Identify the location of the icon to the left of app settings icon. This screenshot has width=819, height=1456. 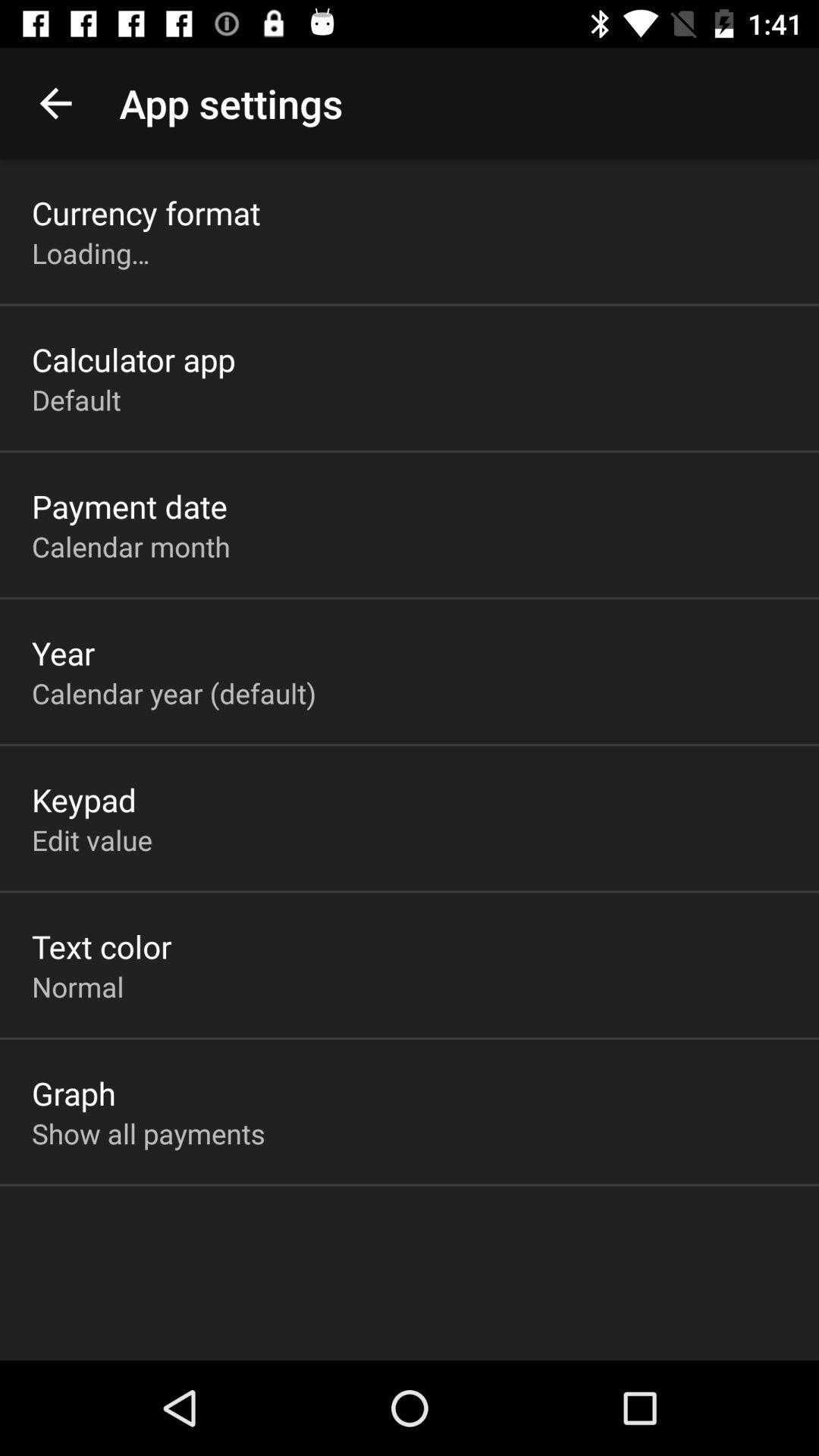
(55, 102).